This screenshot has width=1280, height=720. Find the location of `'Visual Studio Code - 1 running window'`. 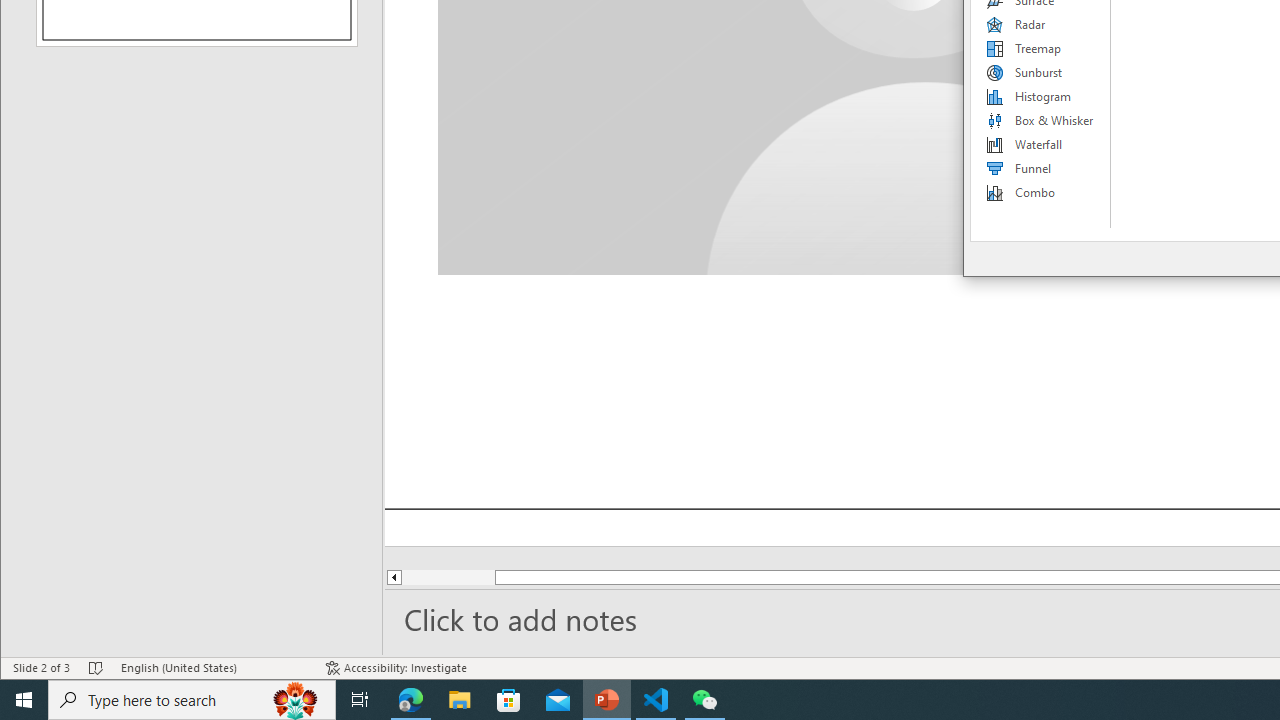

'Visual Studio Code - 1 running window' is located at coordinates (656, 698).